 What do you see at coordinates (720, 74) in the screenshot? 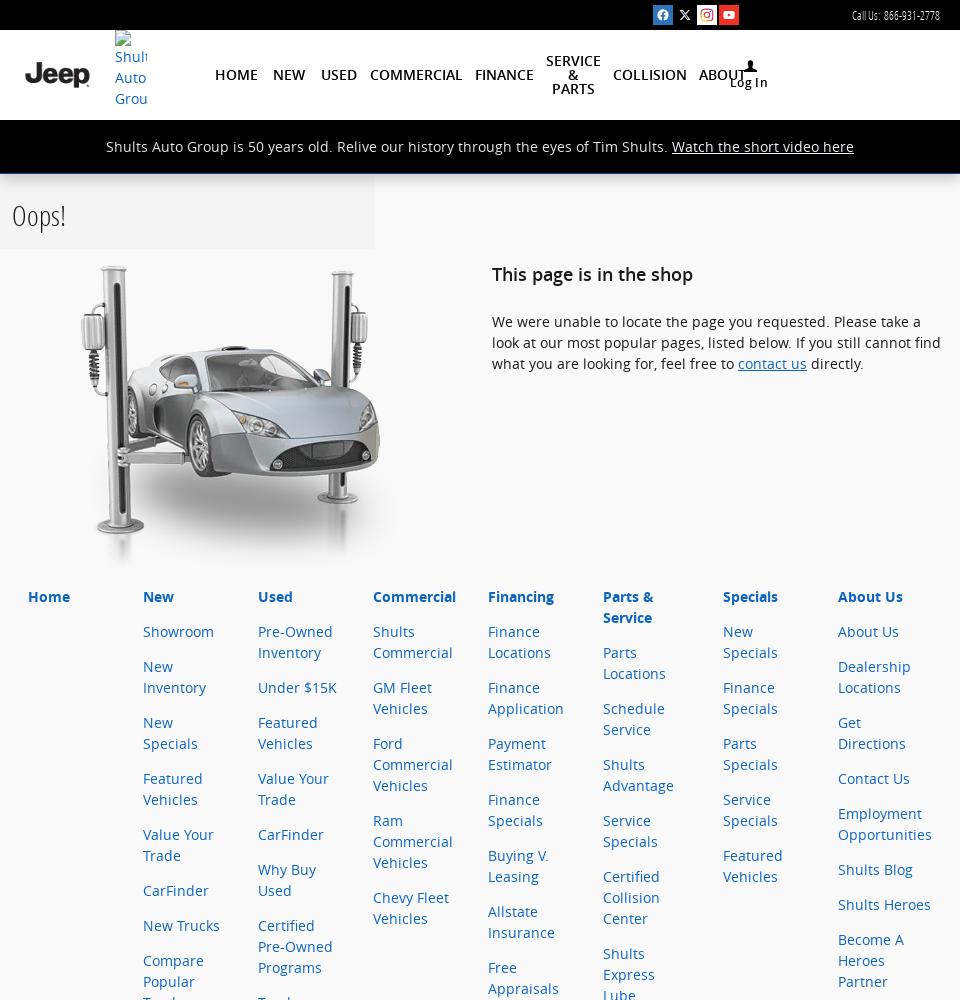
I see `'ABOUT'` at bounding box center [720, 74].